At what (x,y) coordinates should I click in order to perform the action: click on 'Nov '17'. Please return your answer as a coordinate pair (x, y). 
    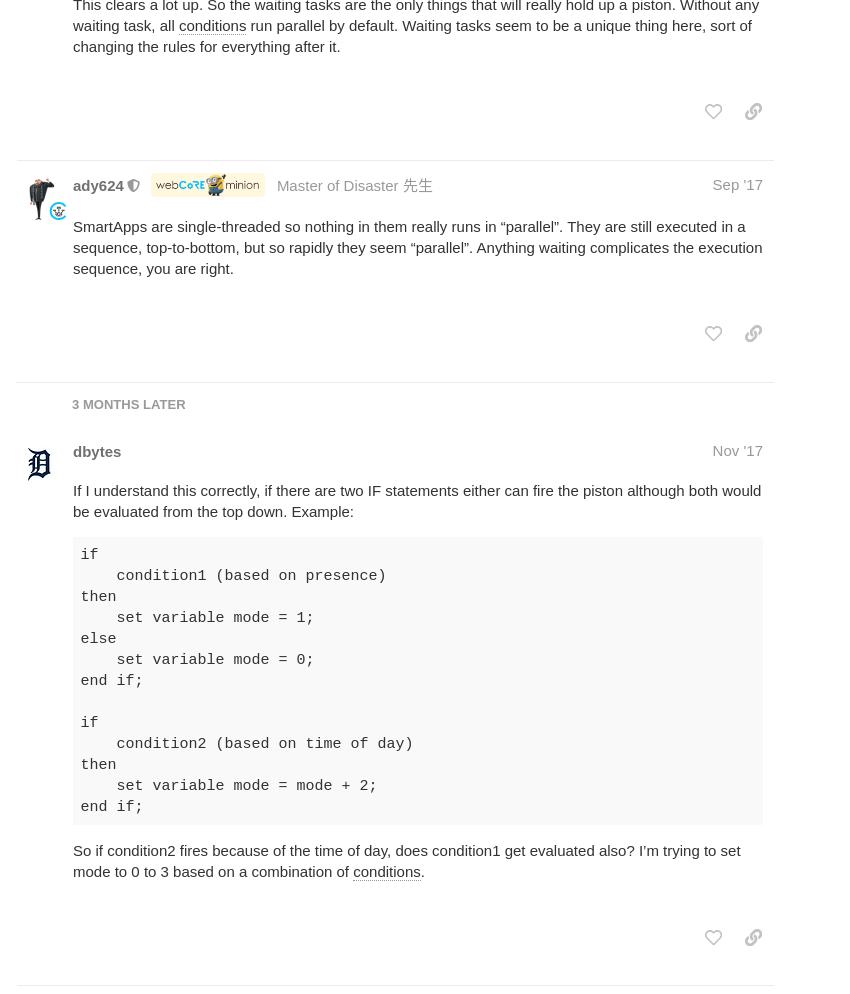
    Looking at the image, I should click on (737, 449).